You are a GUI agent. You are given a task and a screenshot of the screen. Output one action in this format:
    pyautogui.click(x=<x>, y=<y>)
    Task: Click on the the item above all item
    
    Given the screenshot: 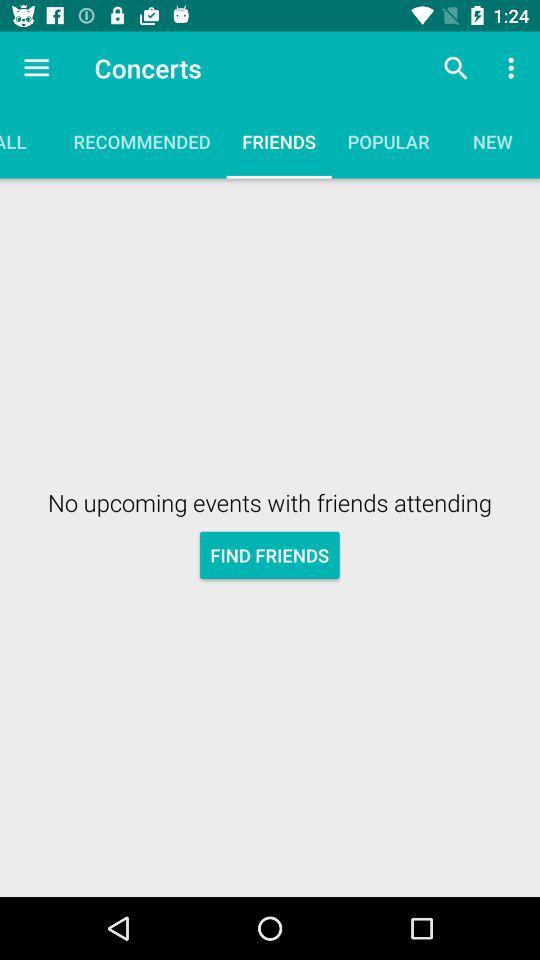 What is the action you would take?
    pyautogui.click(x=36, y=68)
    